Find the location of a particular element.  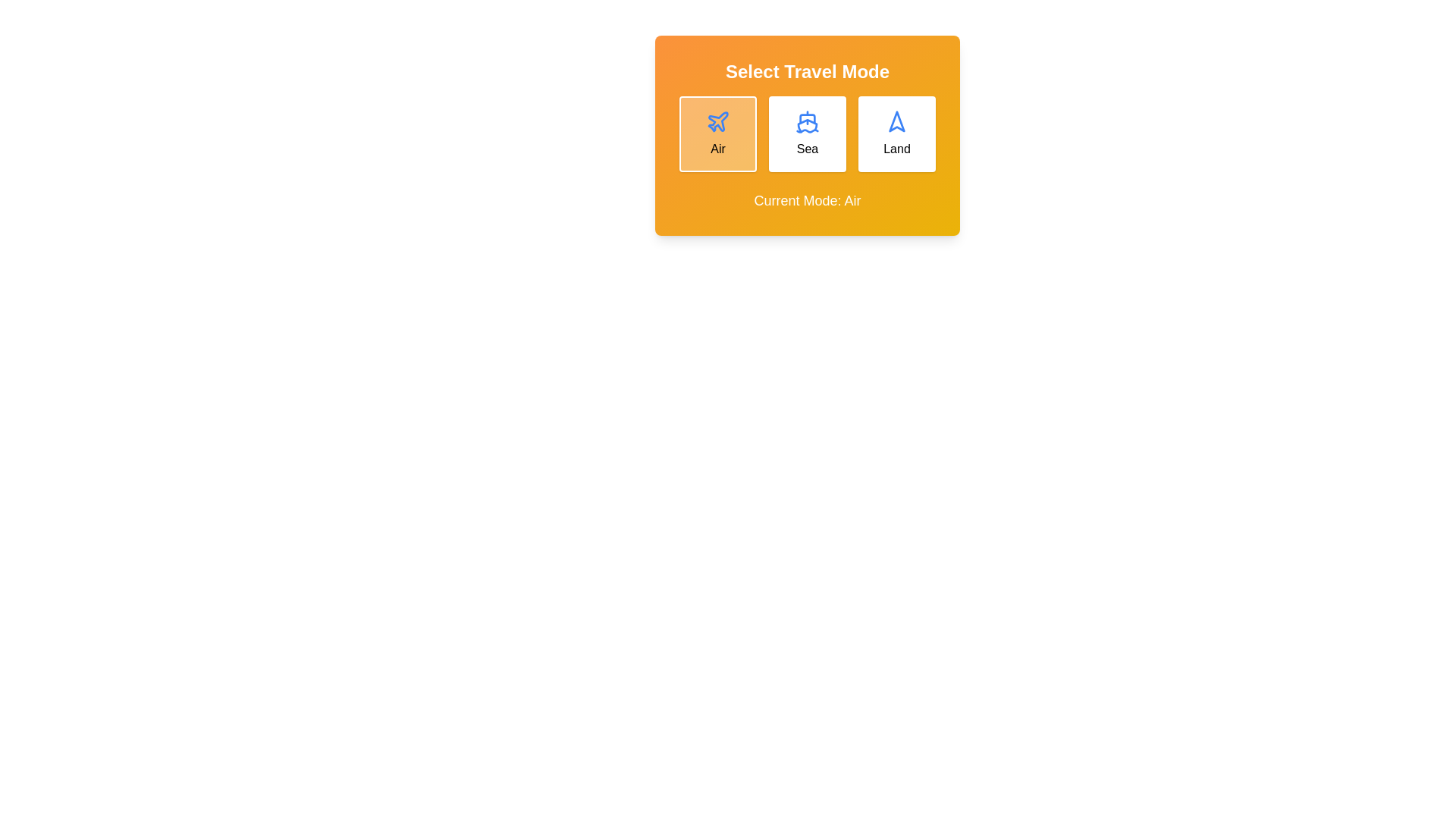

the 'Current Mode' text to select it for copying is located at coordinates (807, 200).